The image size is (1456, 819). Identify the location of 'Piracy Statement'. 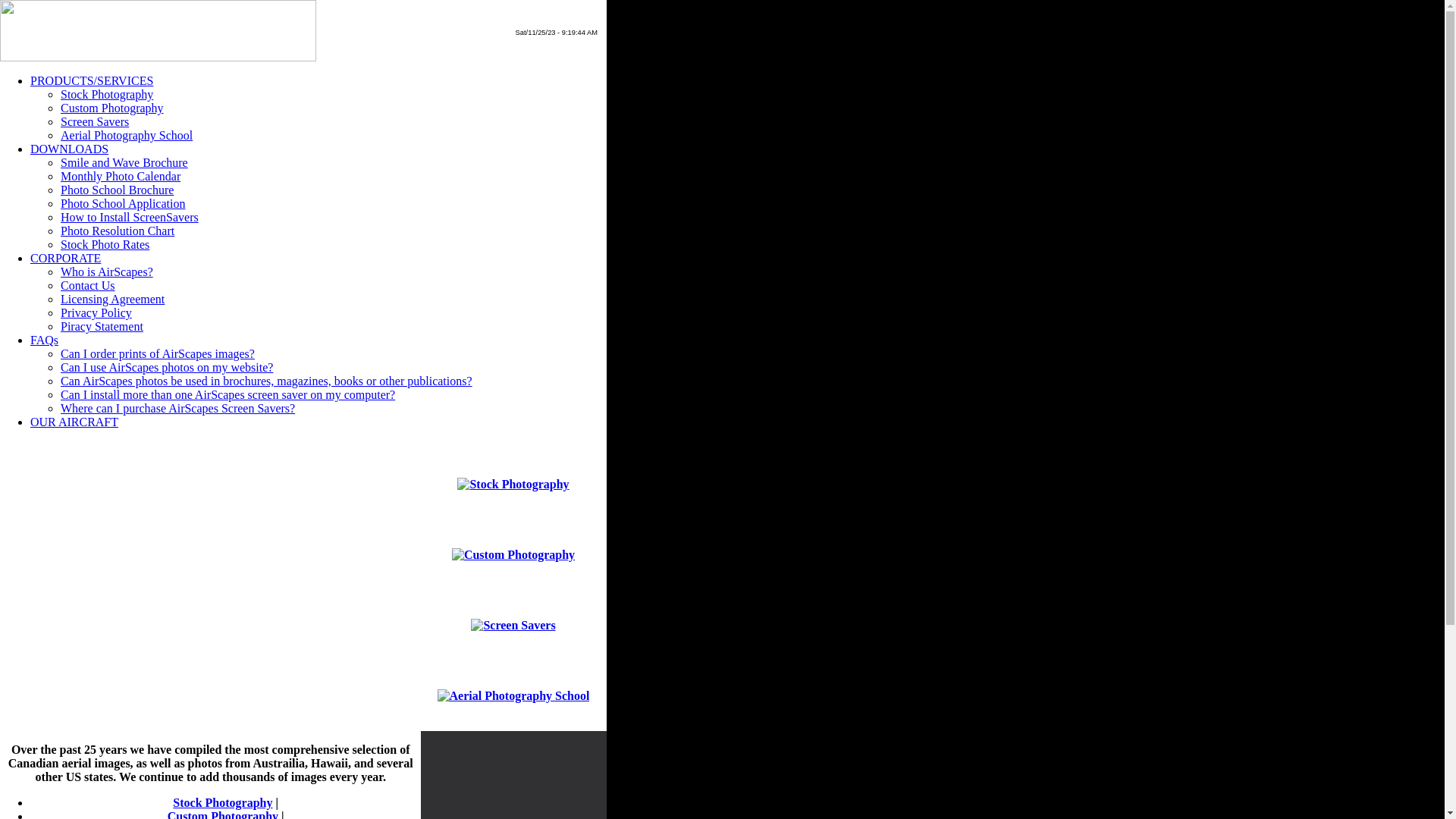
(101, 325).